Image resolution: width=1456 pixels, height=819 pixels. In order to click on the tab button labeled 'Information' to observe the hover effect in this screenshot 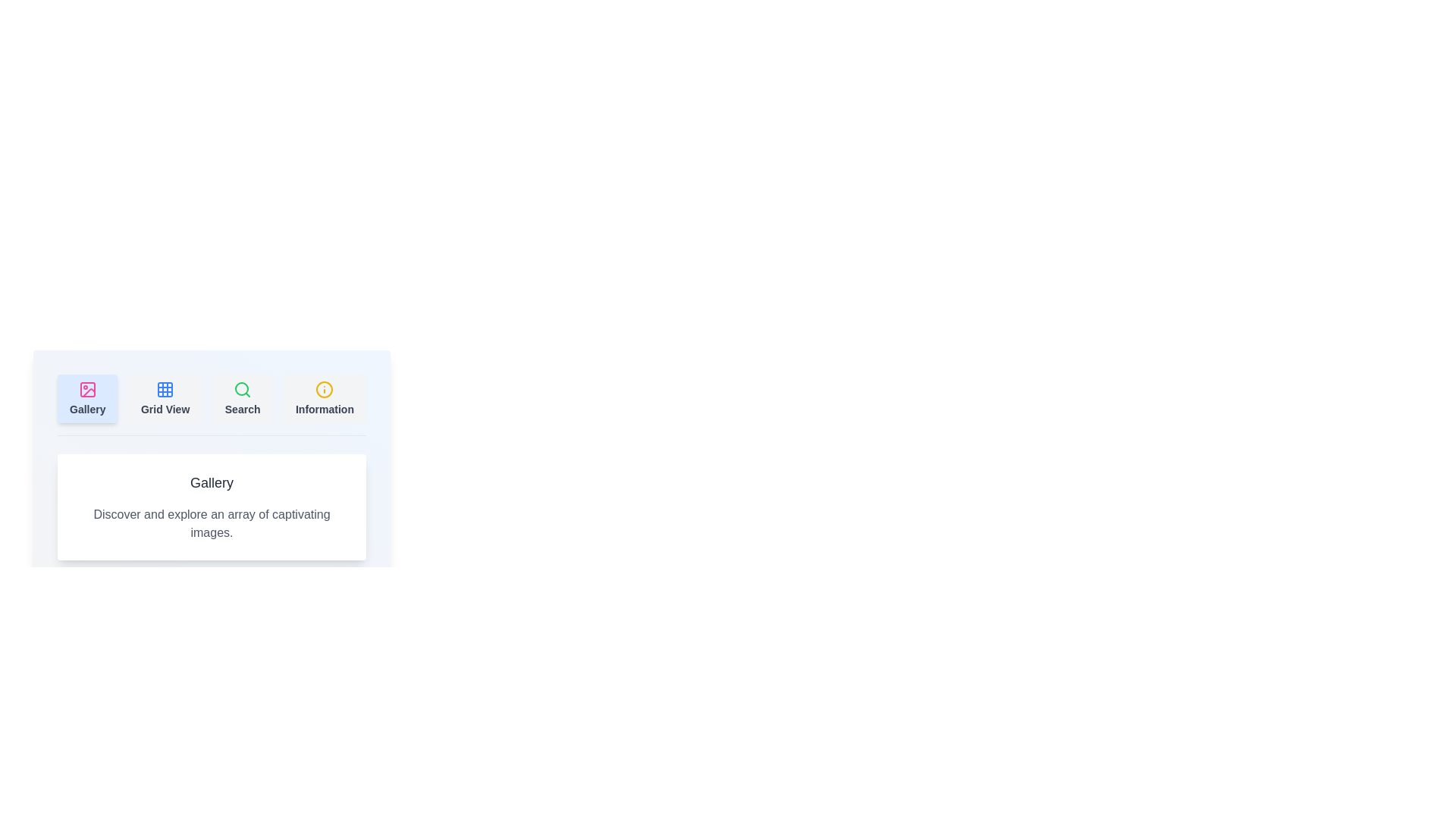, I will do `click(323, 397)`.